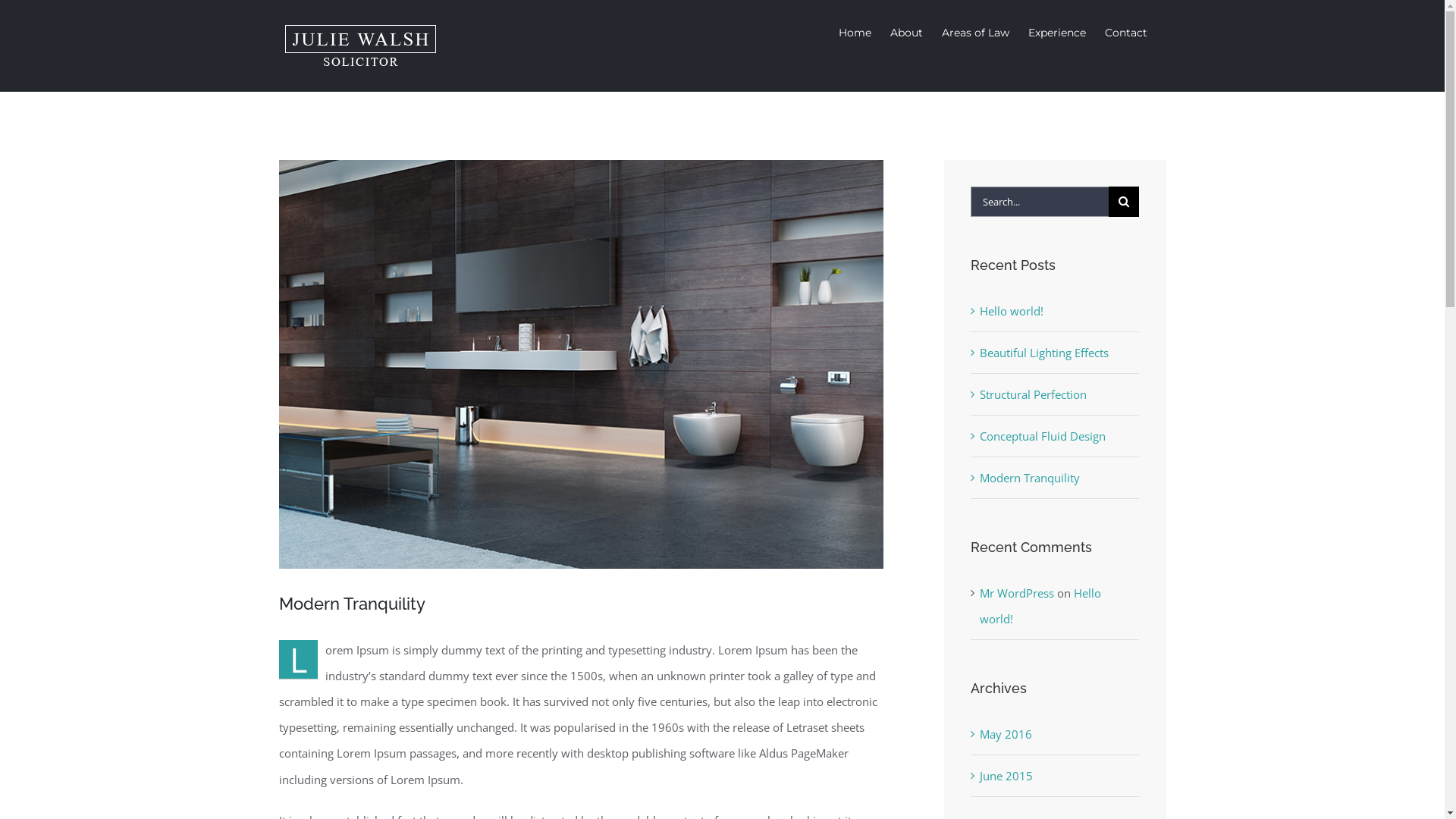 Image resolution: width=1456 pixels, height=819 pixels. Describe the element at coordinates (1016, 592) in the screenshot. I see `'Mr WordPress'` at that location.